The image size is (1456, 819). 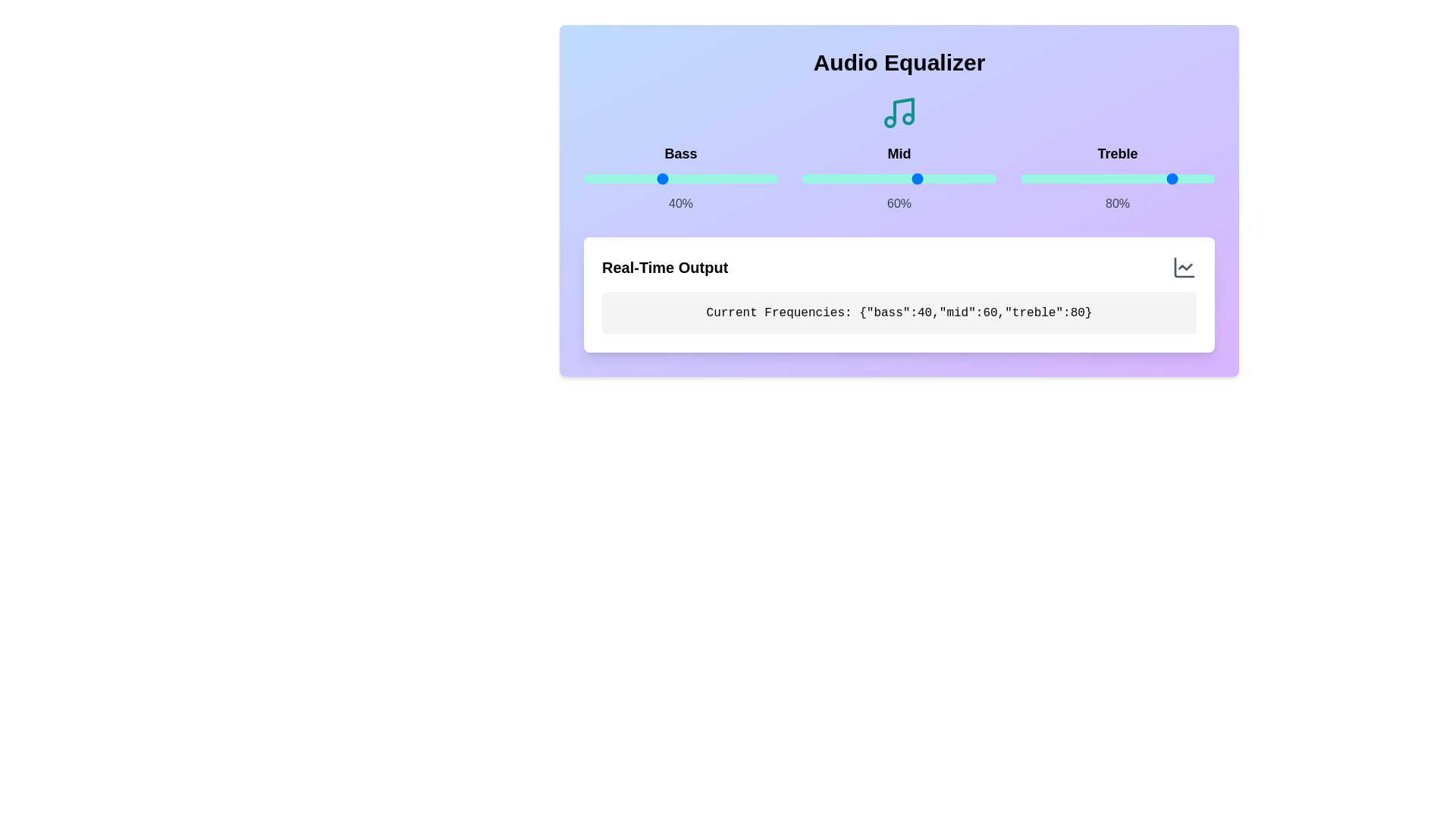 I want to click on bass level, so click(x=600, y=177).